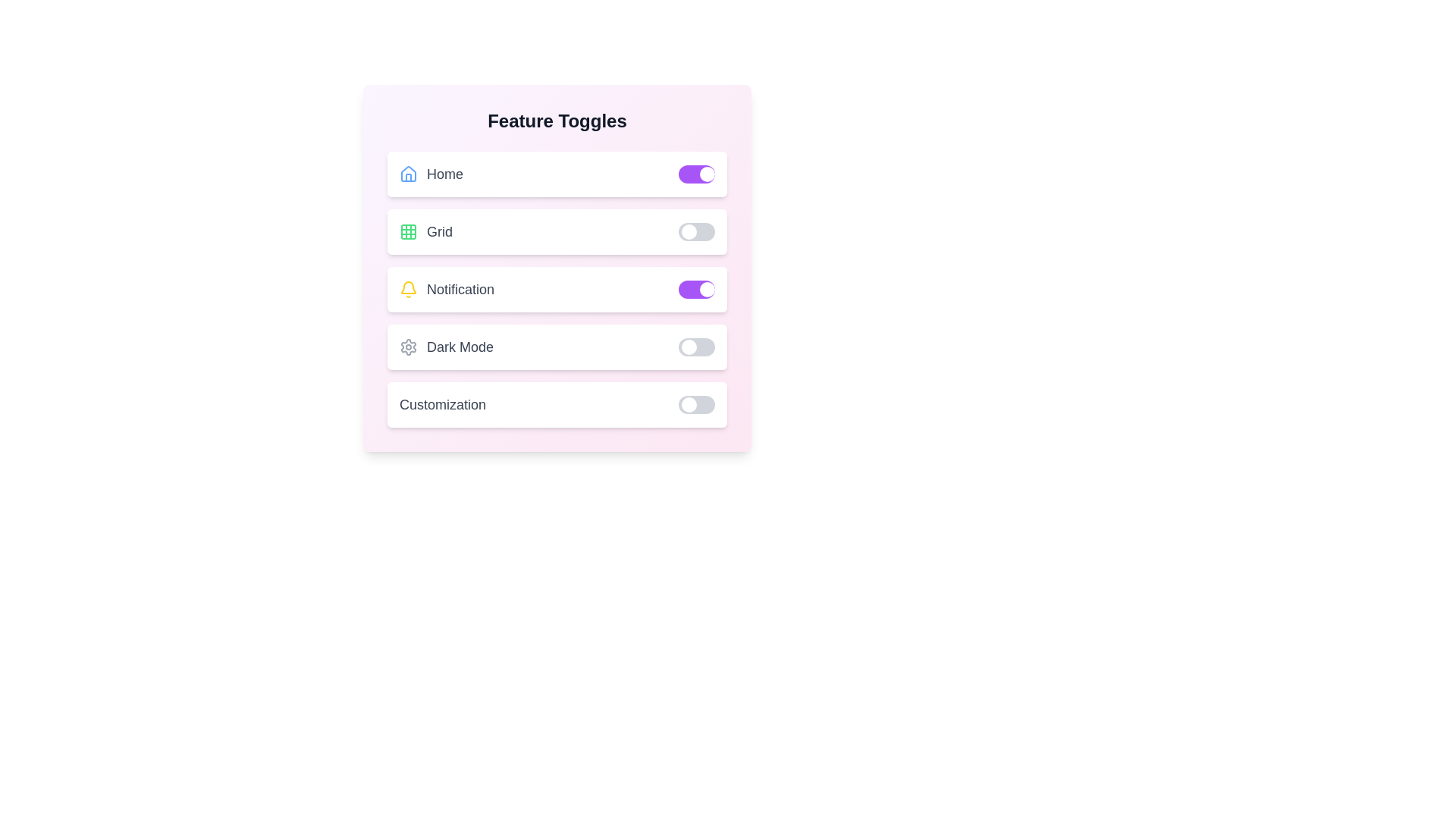 The height and width of the screenshot is (819, 1456). I want to click on the green square with rounded corners located in the top-left corner of the 3x3 grid icon next to the 'Grid' label on the left side of the UI, so click(408, 231).